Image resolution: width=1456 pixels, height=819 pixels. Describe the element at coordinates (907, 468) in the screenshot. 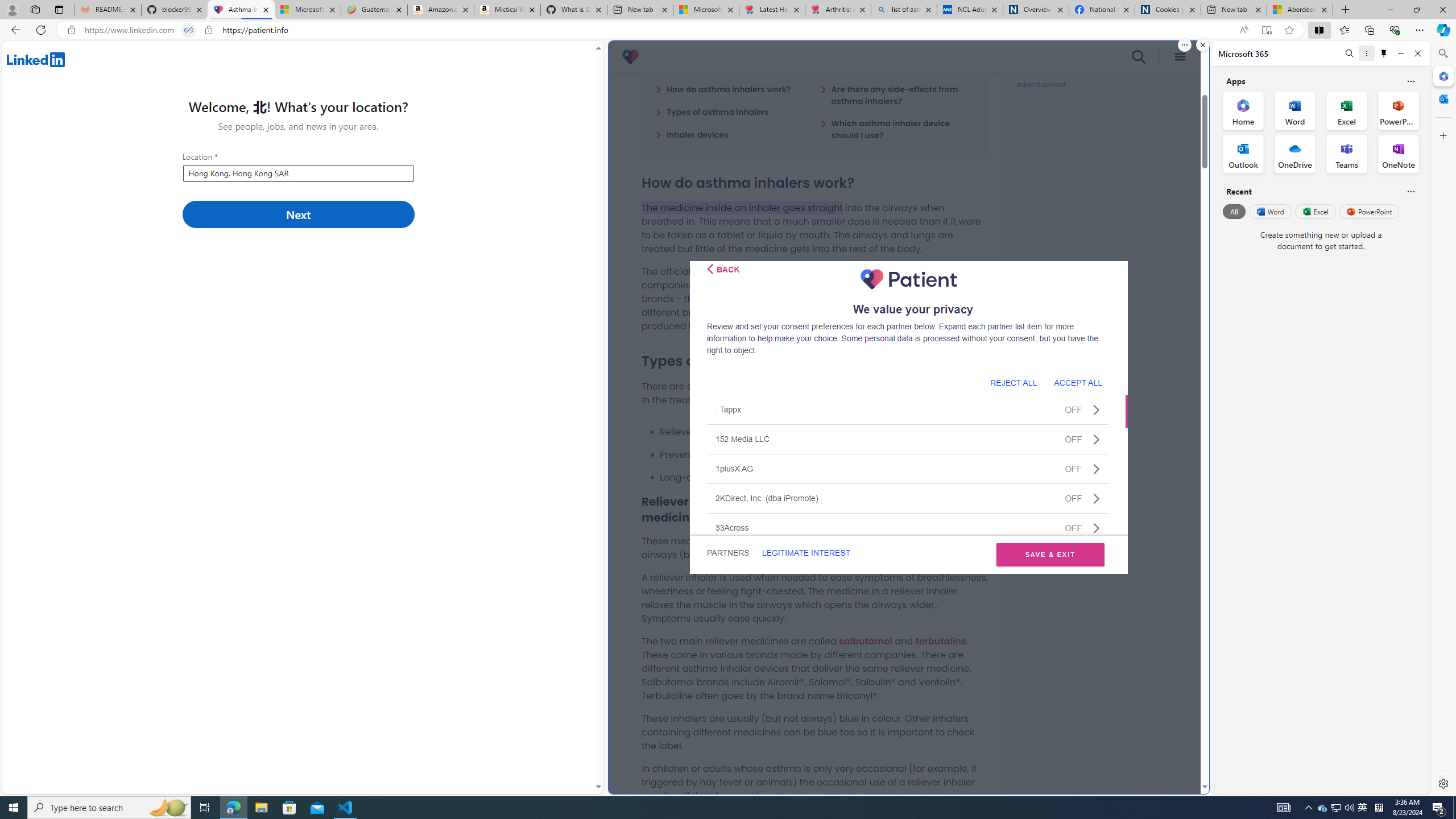

I see `'1plusX AGOFF'` at that location.